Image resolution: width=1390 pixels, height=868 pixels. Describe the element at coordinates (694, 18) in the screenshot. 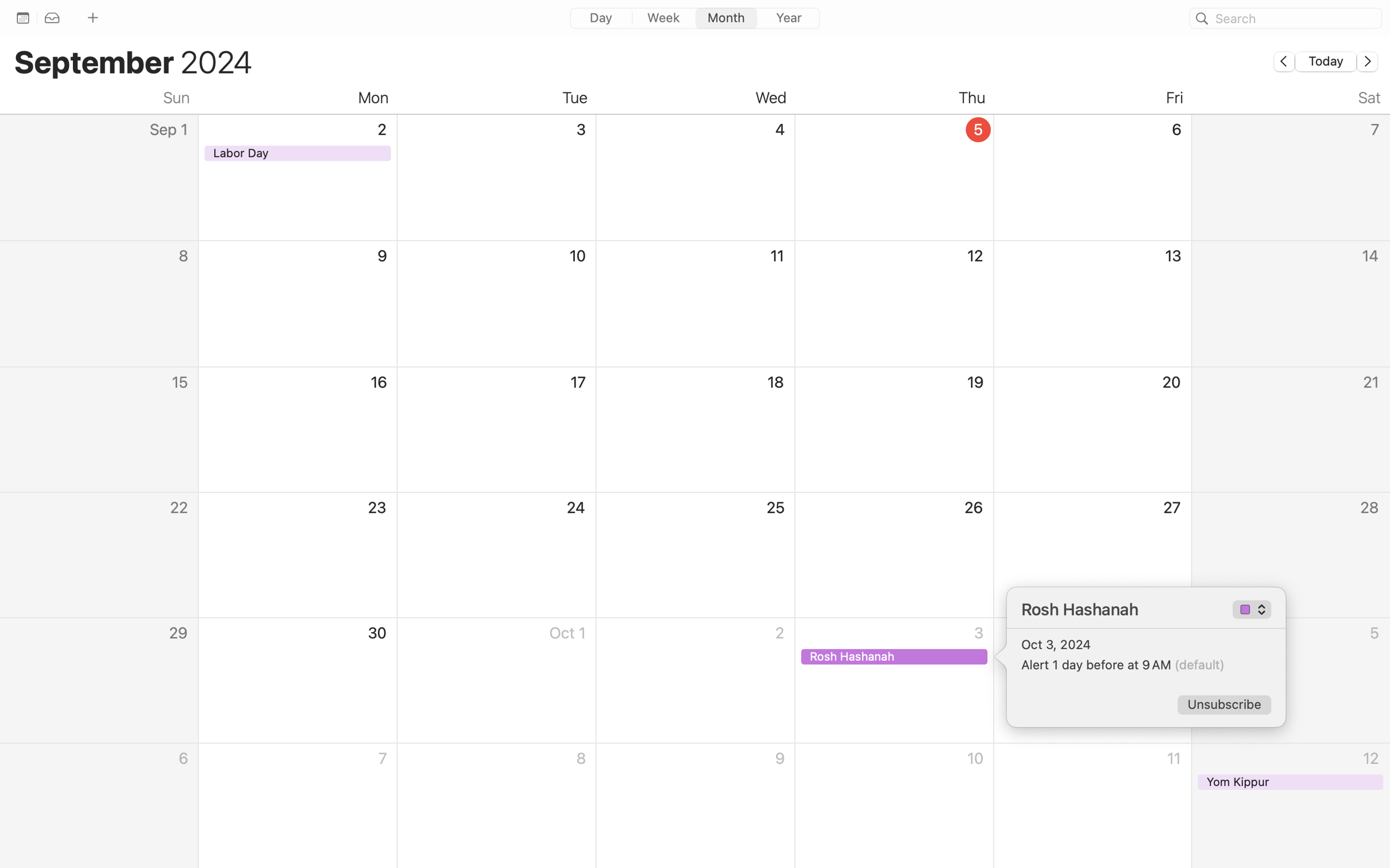

I see `'<AXUIElement 0x14575cfc0> {pid=1173}'` at that location.